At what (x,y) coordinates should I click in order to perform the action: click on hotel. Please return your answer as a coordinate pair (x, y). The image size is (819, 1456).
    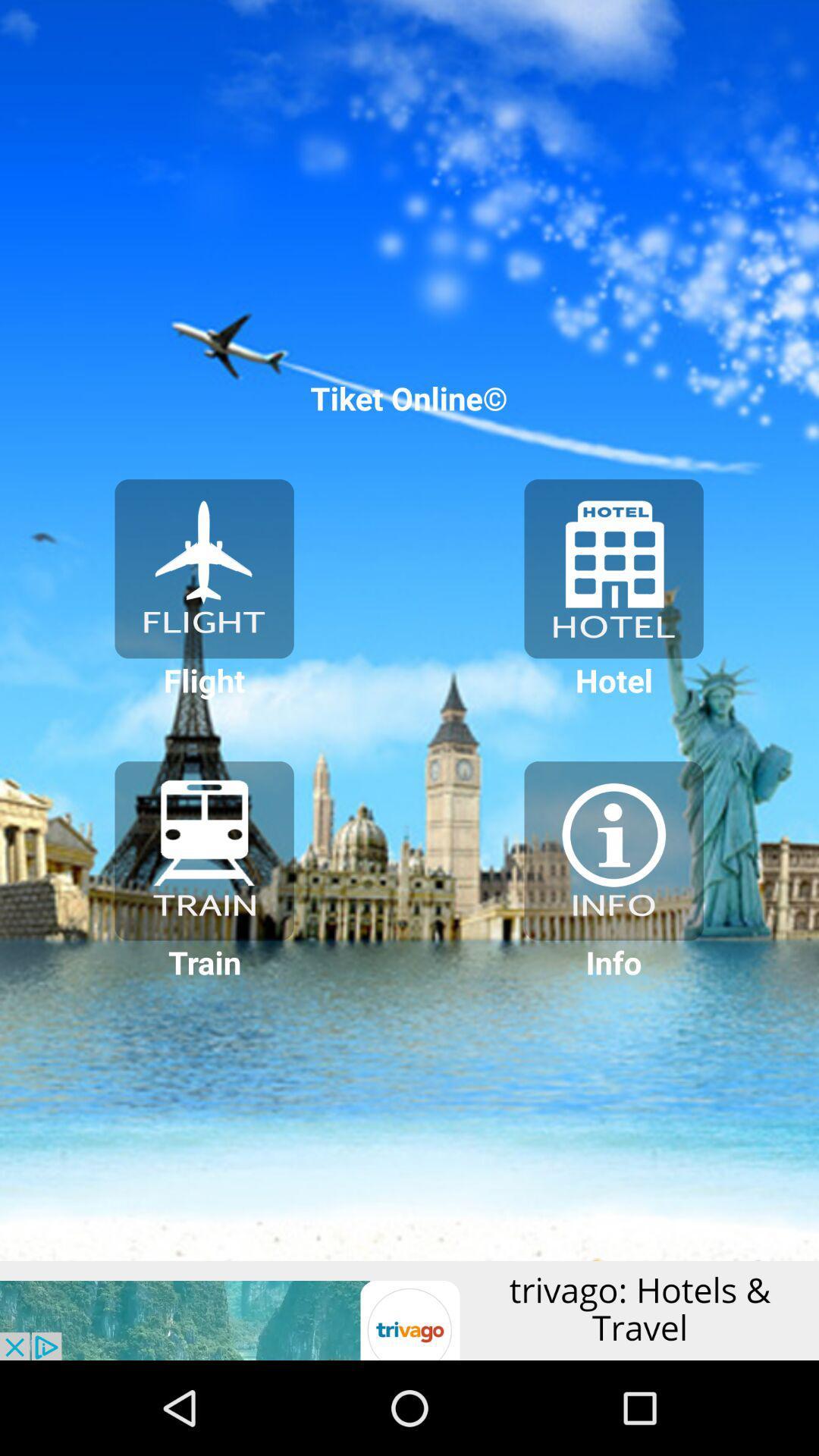
    Looking at the image, I should click on (613, 568).